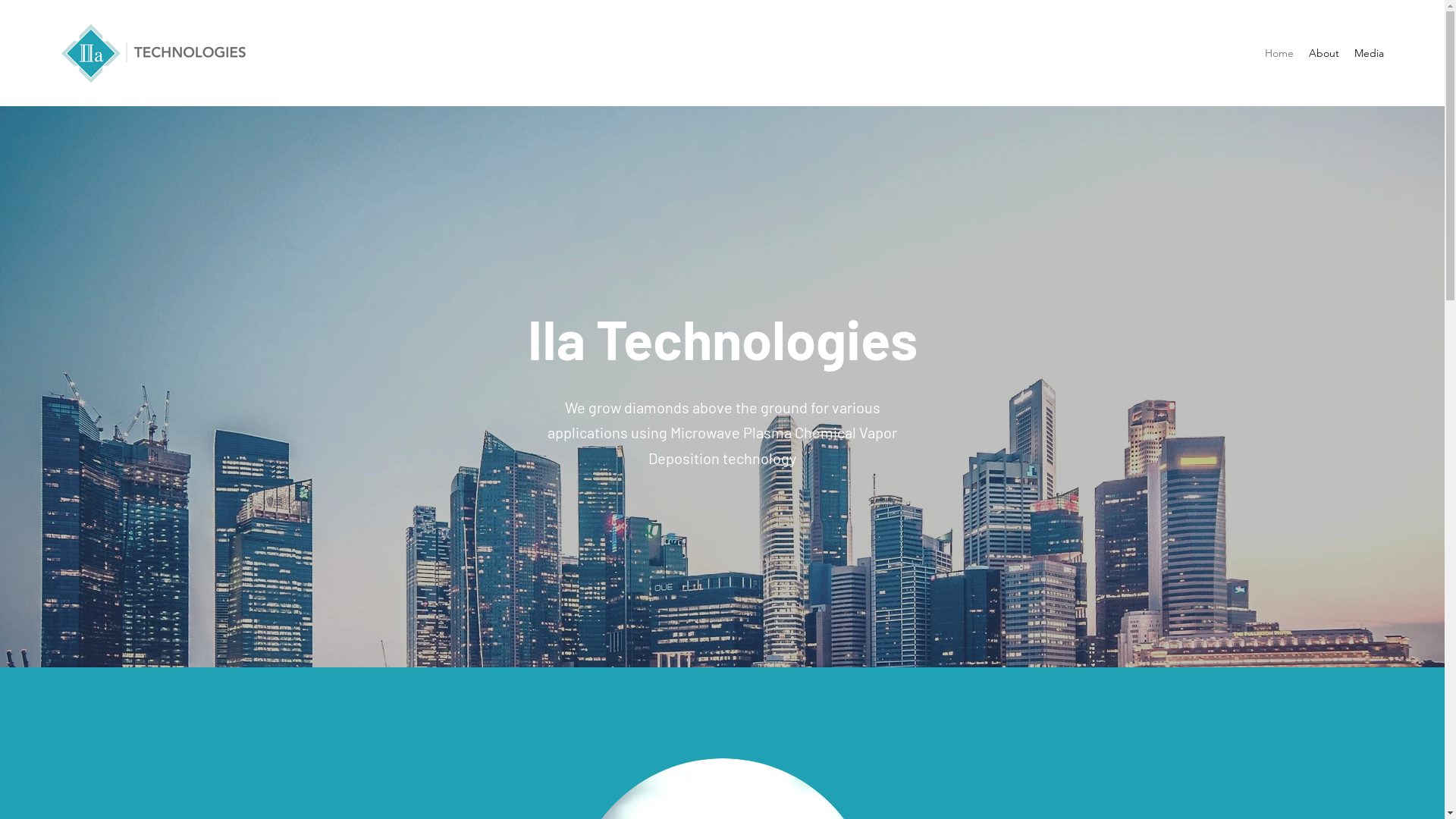  Describe the element at coordinates (1301, 52) in the screenshot. I see `'About'` at that location.